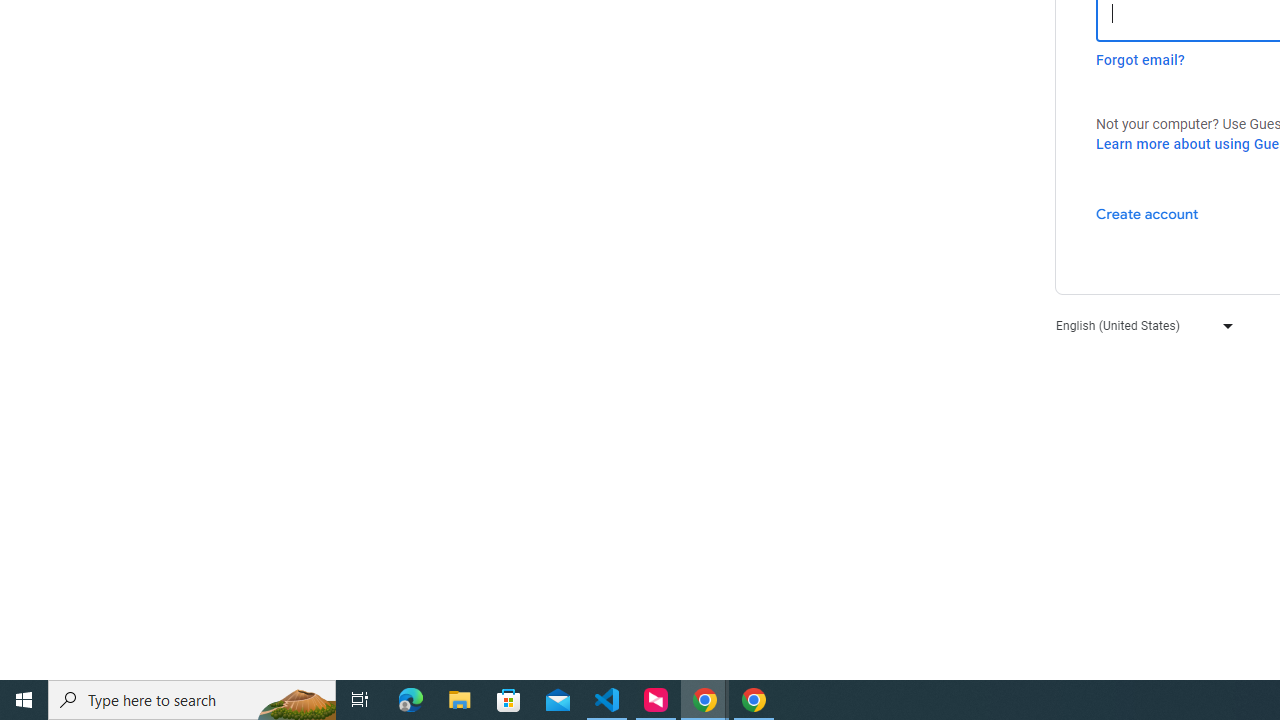 The width and height of the screenshot is (1280, 720). Describe the element at coordinates (1146, 213) in the screenshot. I see `'Create account'` at that location.